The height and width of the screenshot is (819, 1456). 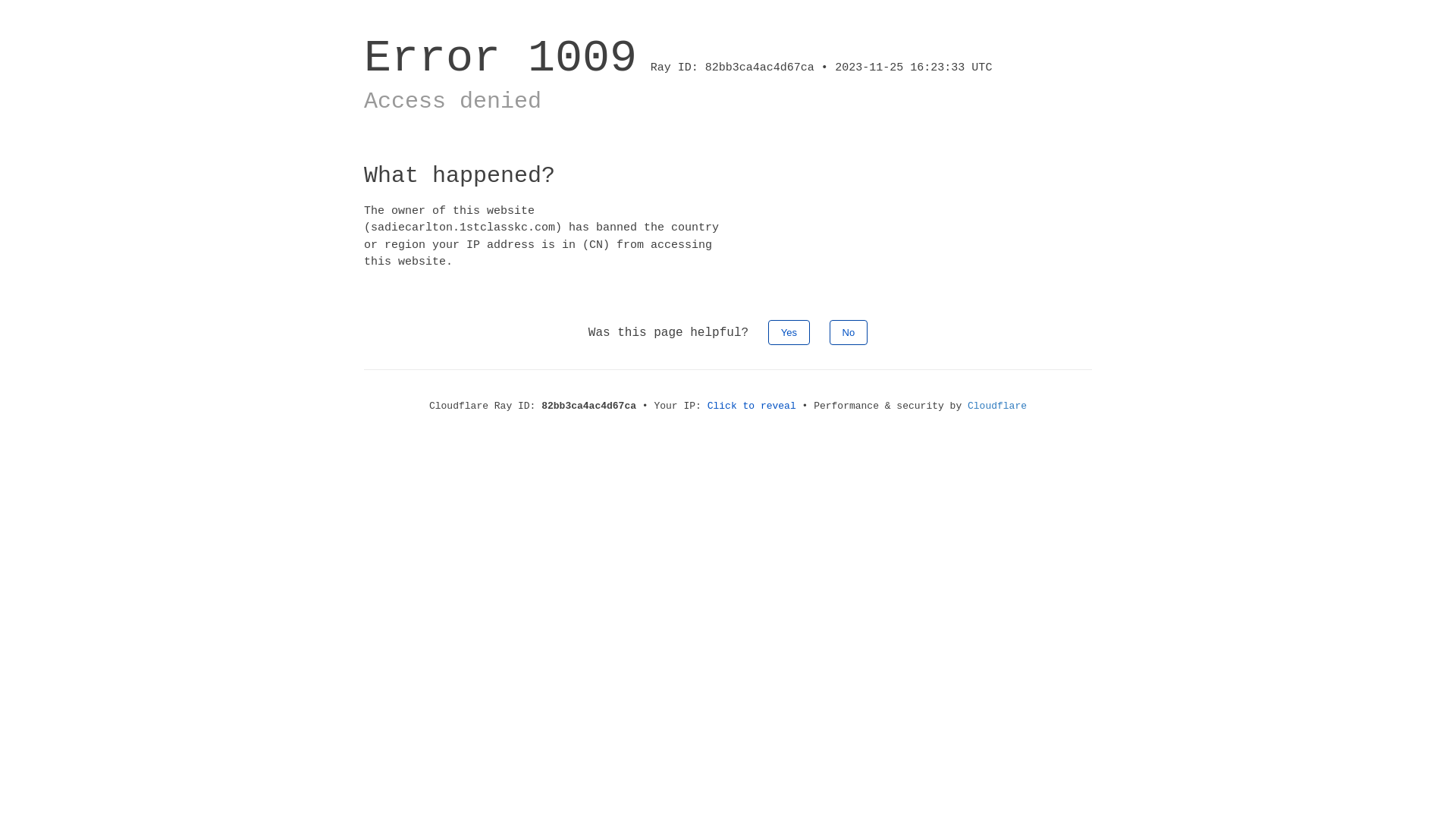 What do you see at coordinates (997, 405) in the screenshot?
I see `'Cloudflare'` at bounding box center [997, 405].